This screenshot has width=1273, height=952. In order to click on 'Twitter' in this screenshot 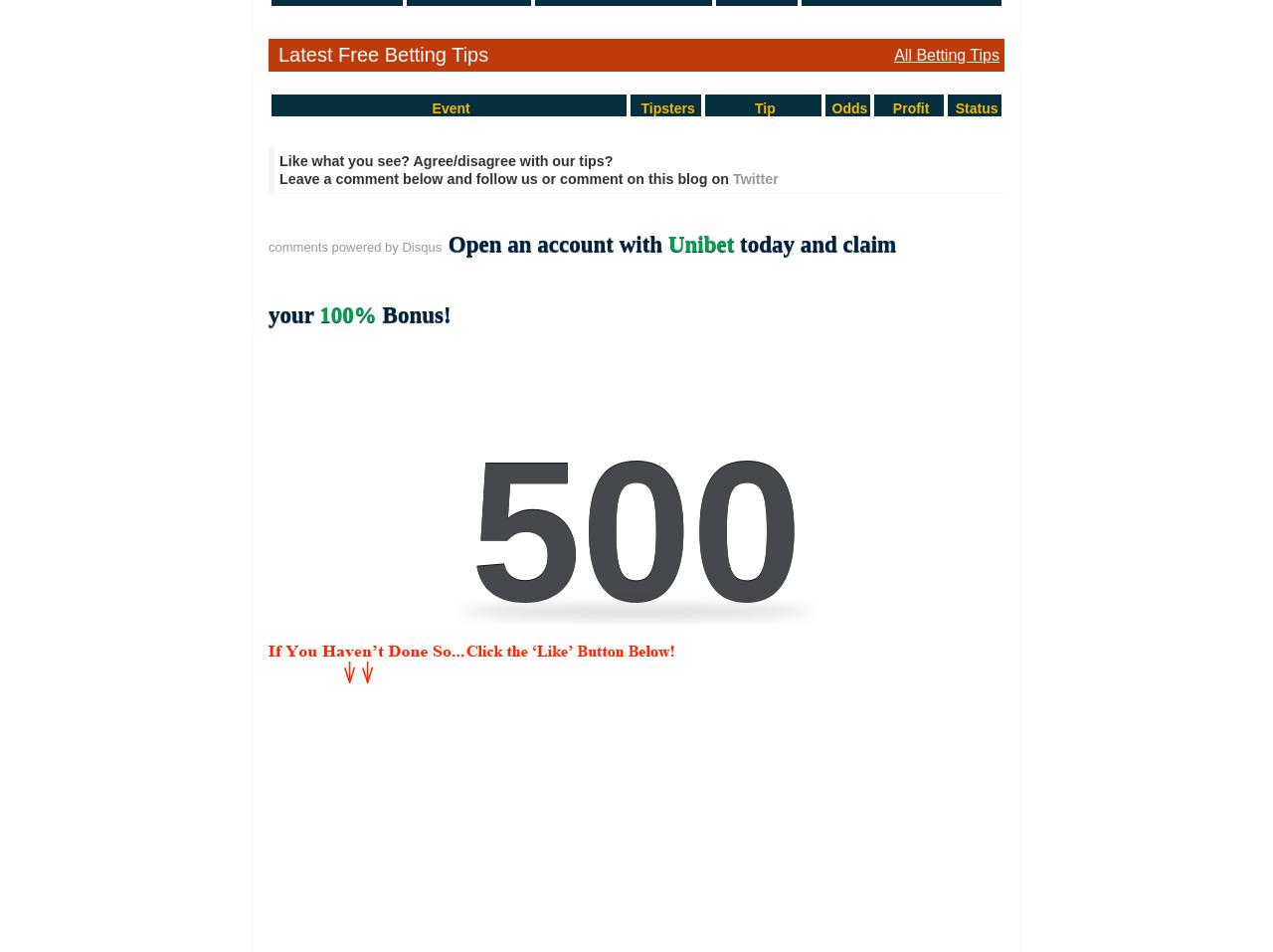, I will do `click(731, 179)`.